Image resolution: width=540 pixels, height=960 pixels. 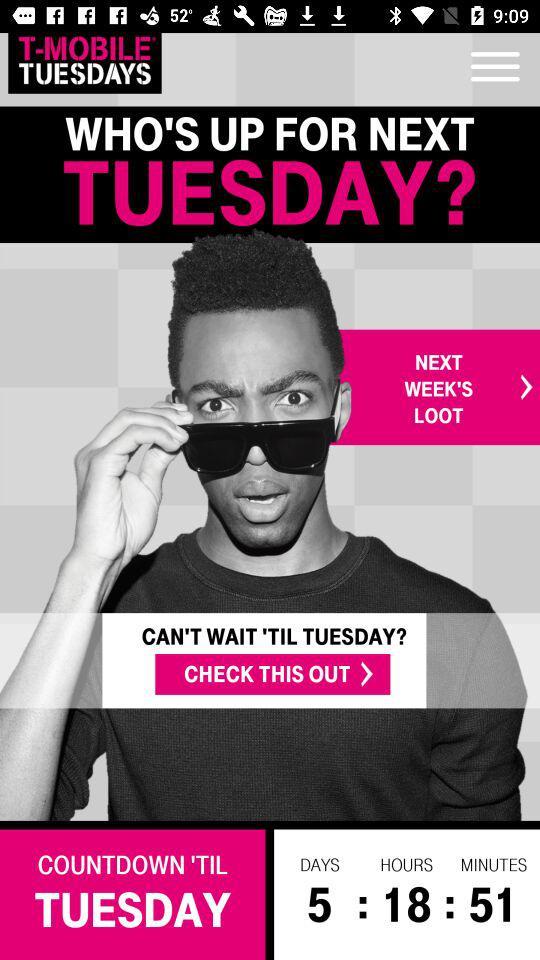 What do you see at coordinates (83, 59) in the screenshot?
I see `icon above who s up` at bounding box center [83, 59].